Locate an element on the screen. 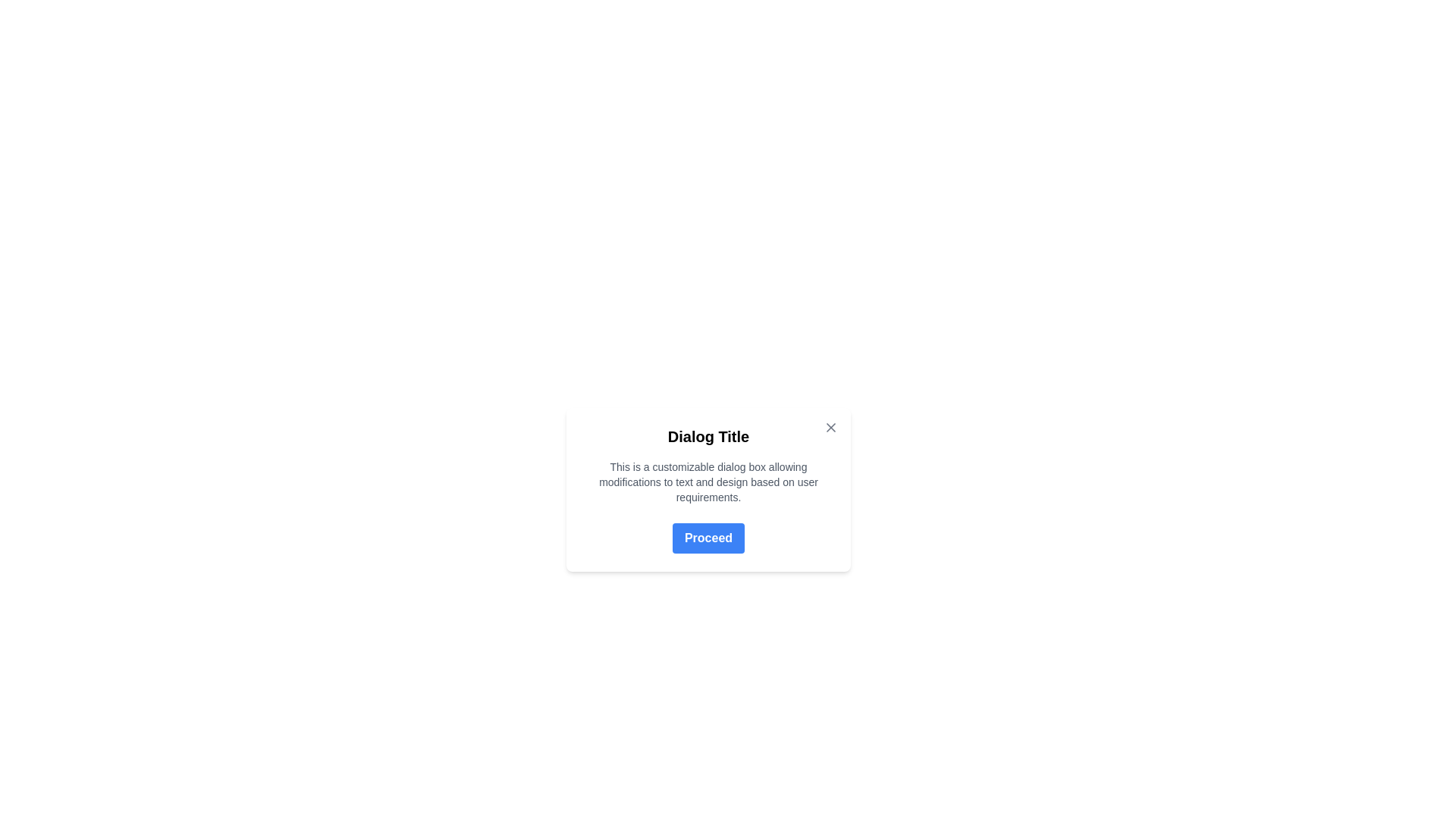  the text element styled with a bold and slightly larger font size that contains the text 'Dialog Title', located at the top section of the dialog box is located at coordinates (708, 436).